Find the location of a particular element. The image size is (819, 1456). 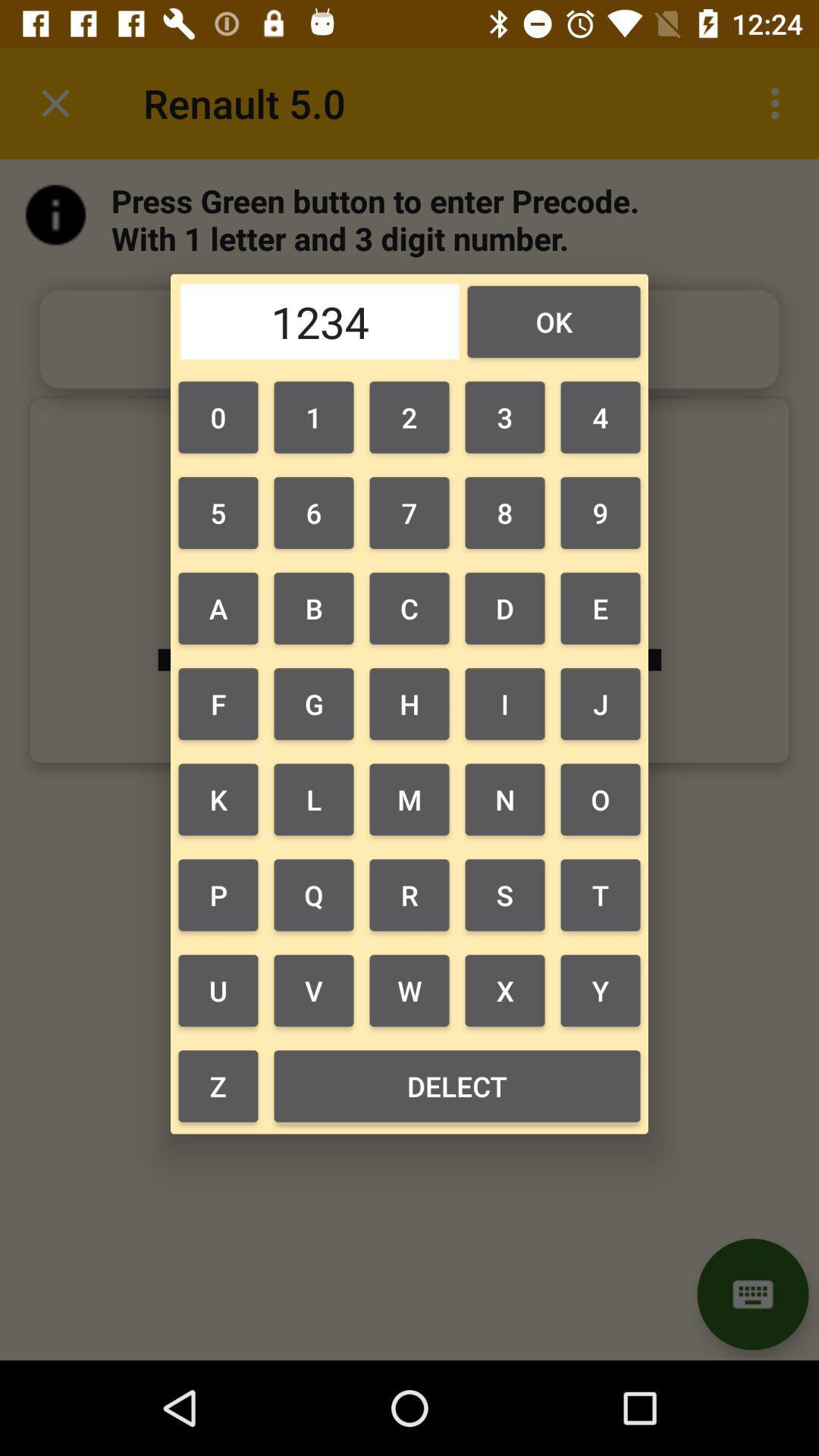

the button below the 0 icon is located at coordinates (312, 513).